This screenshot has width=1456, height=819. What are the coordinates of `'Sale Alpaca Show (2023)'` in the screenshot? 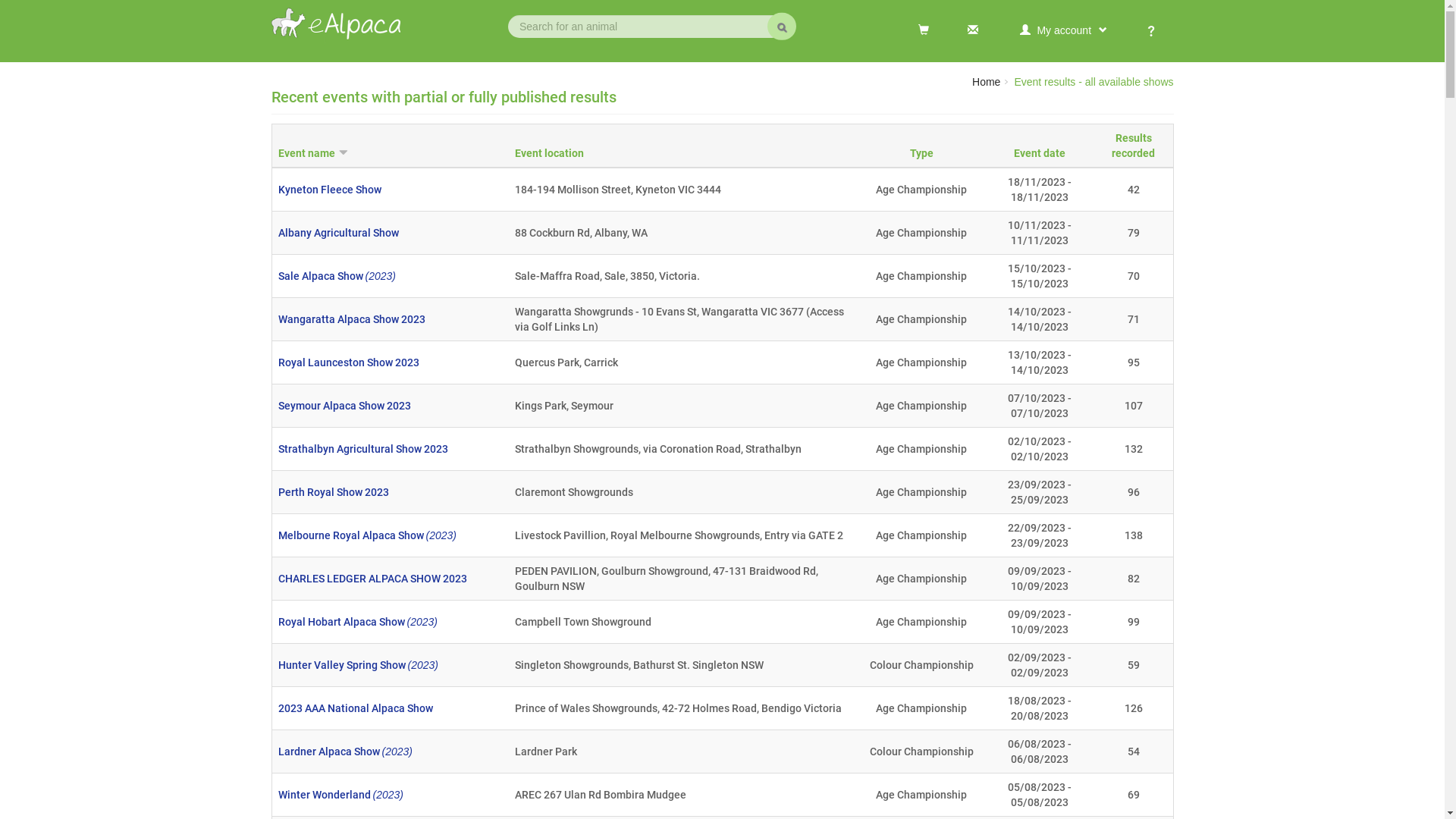 It's located at (335, 275).